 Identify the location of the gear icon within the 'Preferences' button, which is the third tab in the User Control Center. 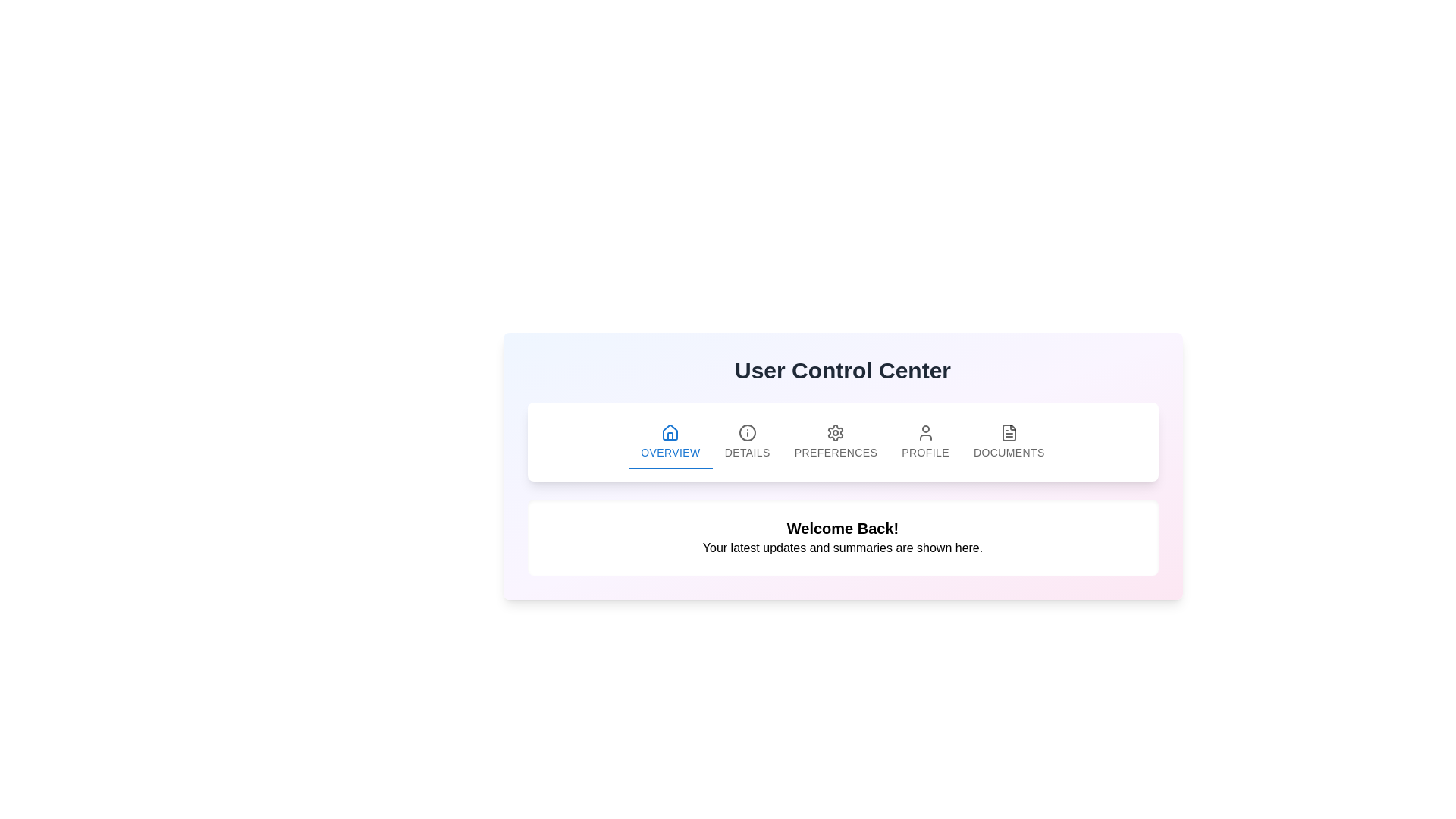
(835, 433).